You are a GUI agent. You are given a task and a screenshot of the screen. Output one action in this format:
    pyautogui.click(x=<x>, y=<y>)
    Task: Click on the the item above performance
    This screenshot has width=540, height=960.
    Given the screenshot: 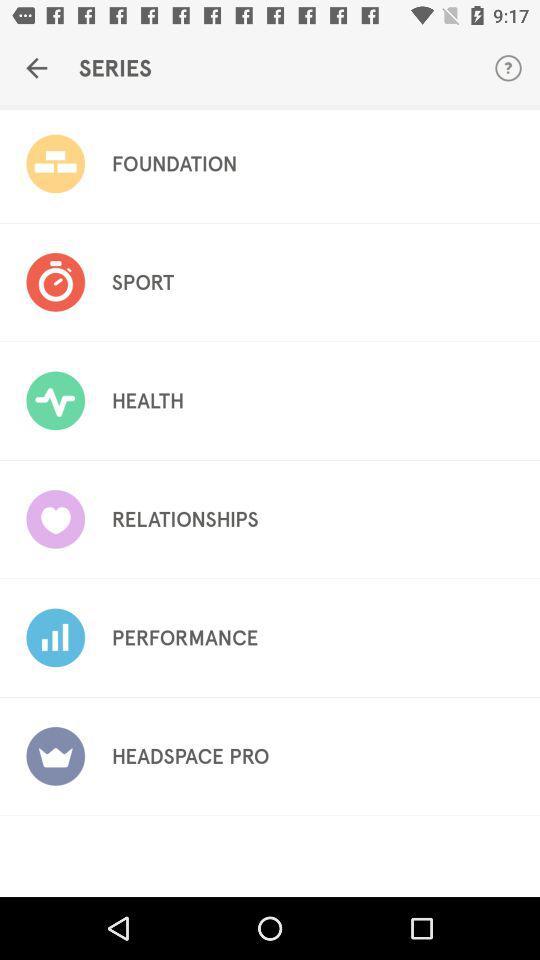 What is the action you would take?
    pyautogui.click(x=185, y=518)
    